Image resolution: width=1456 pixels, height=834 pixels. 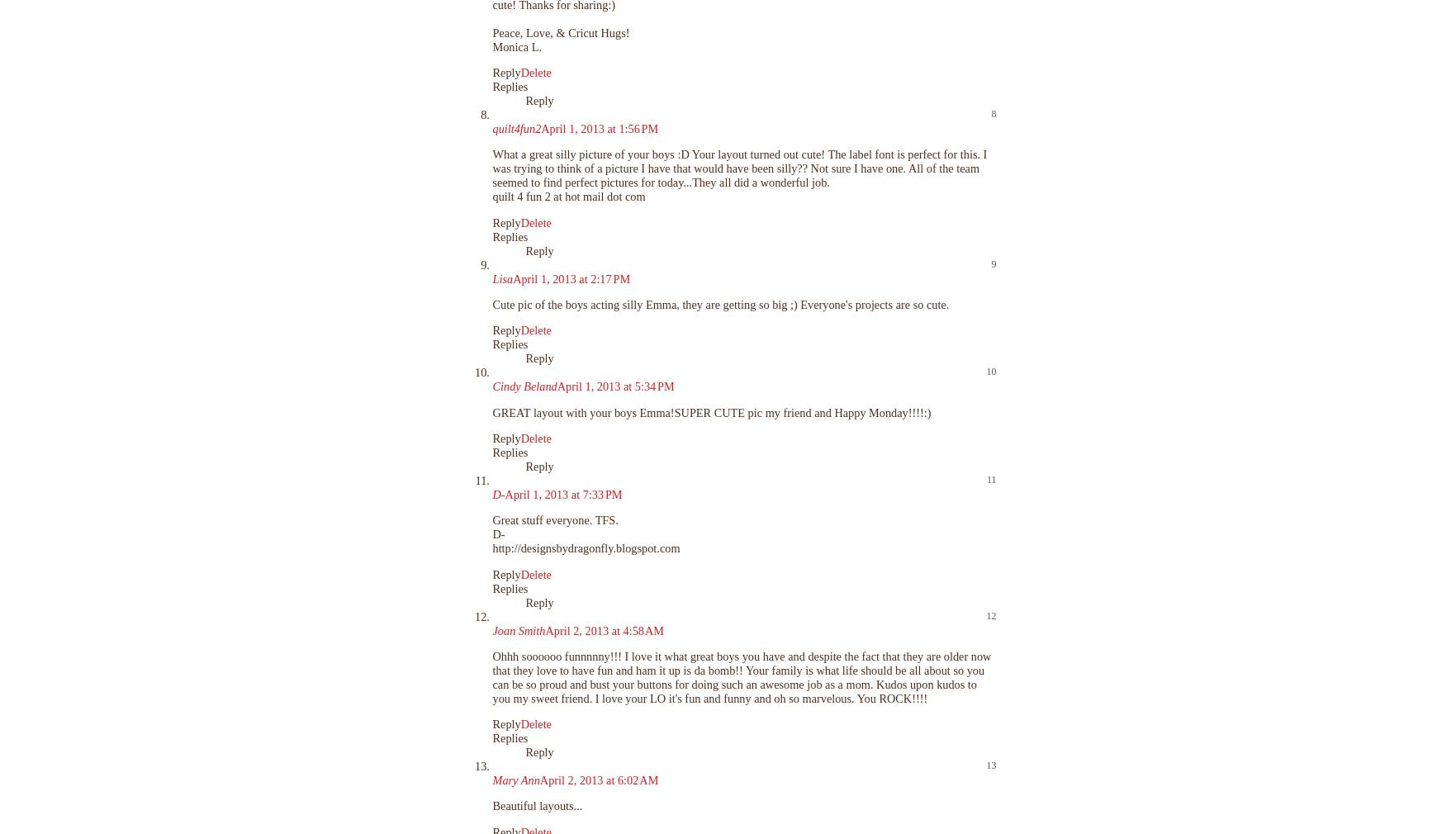 What do you see at coordinates (502, 278) in the screenshot?
I see `'Lisa'` at bounding box center [502, 278].